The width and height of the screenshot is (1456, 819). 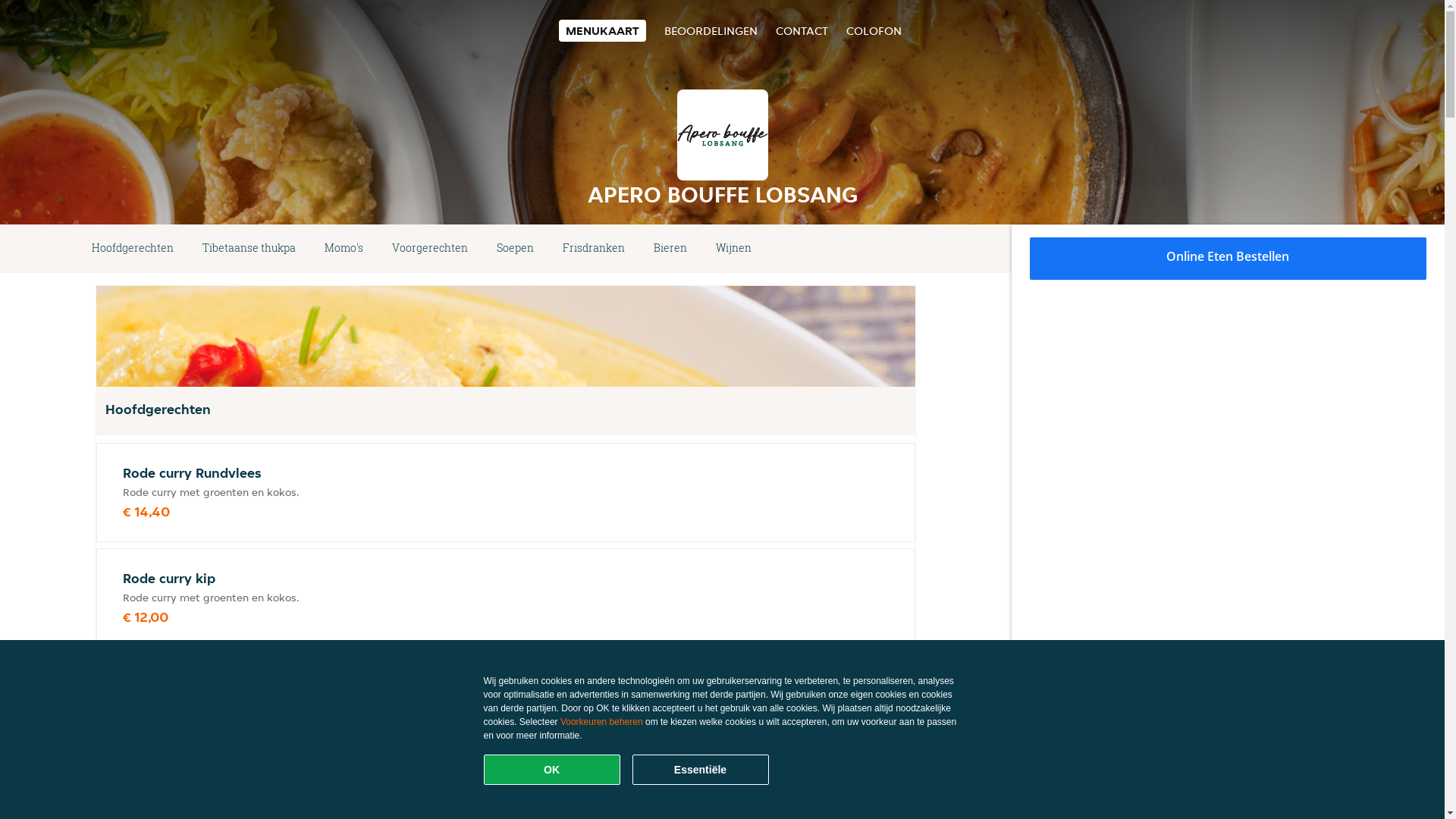 What do you see at coordinates (428, 247) in the screenshot?
I see `'Voorgerechten'` at bounding box center [428, 247].